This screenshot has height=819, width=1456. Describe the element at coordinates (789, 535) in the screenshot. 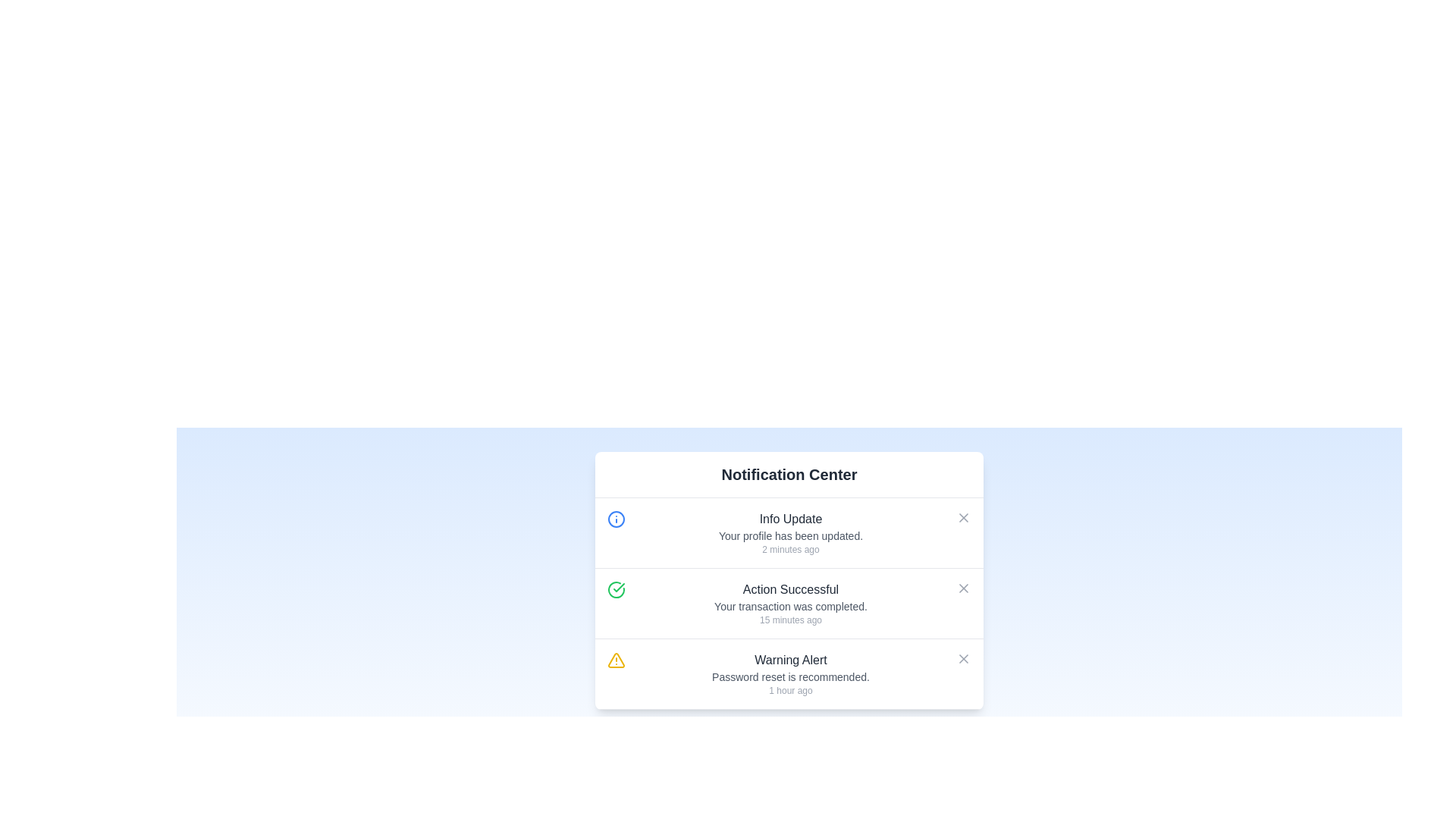

I see `informational text snippet that displays the message 'Your profile has been updated.' located in the Notification Center, positioned beneath the title 'Info Update'` at that location.